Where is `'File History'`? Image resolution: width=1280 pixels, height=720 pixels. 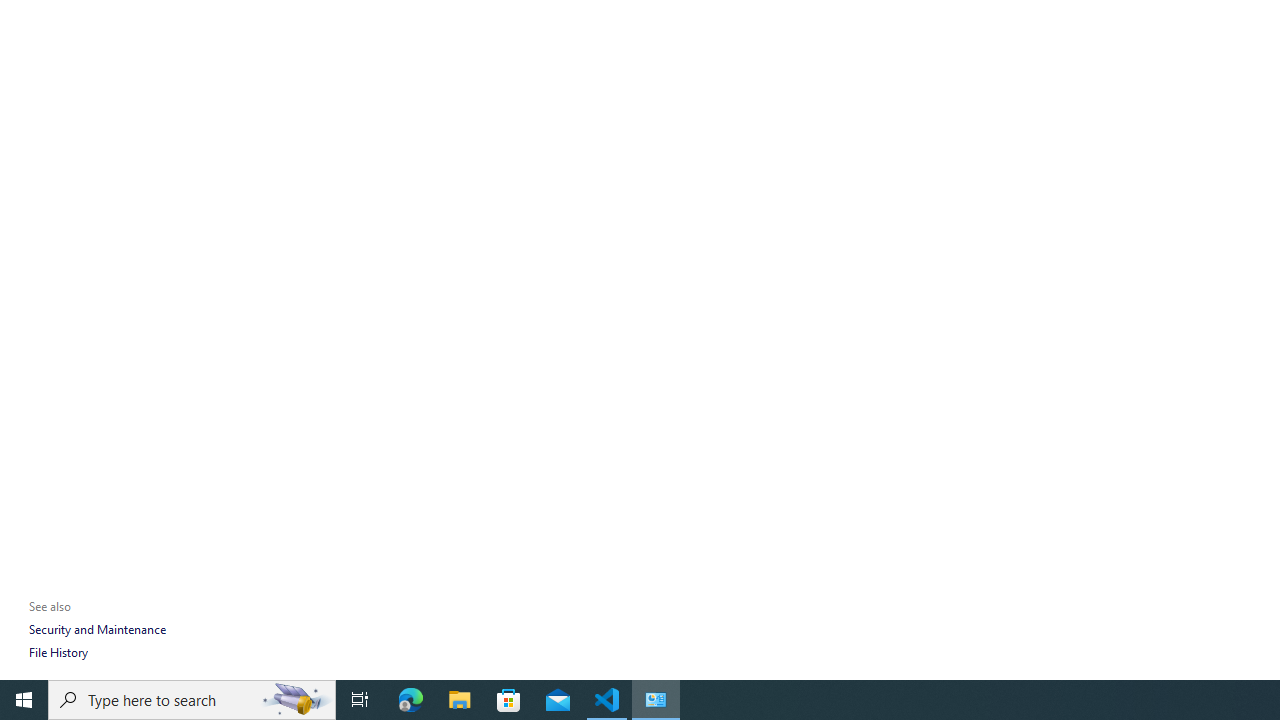 'File History' is located at coordinates (58, 652).